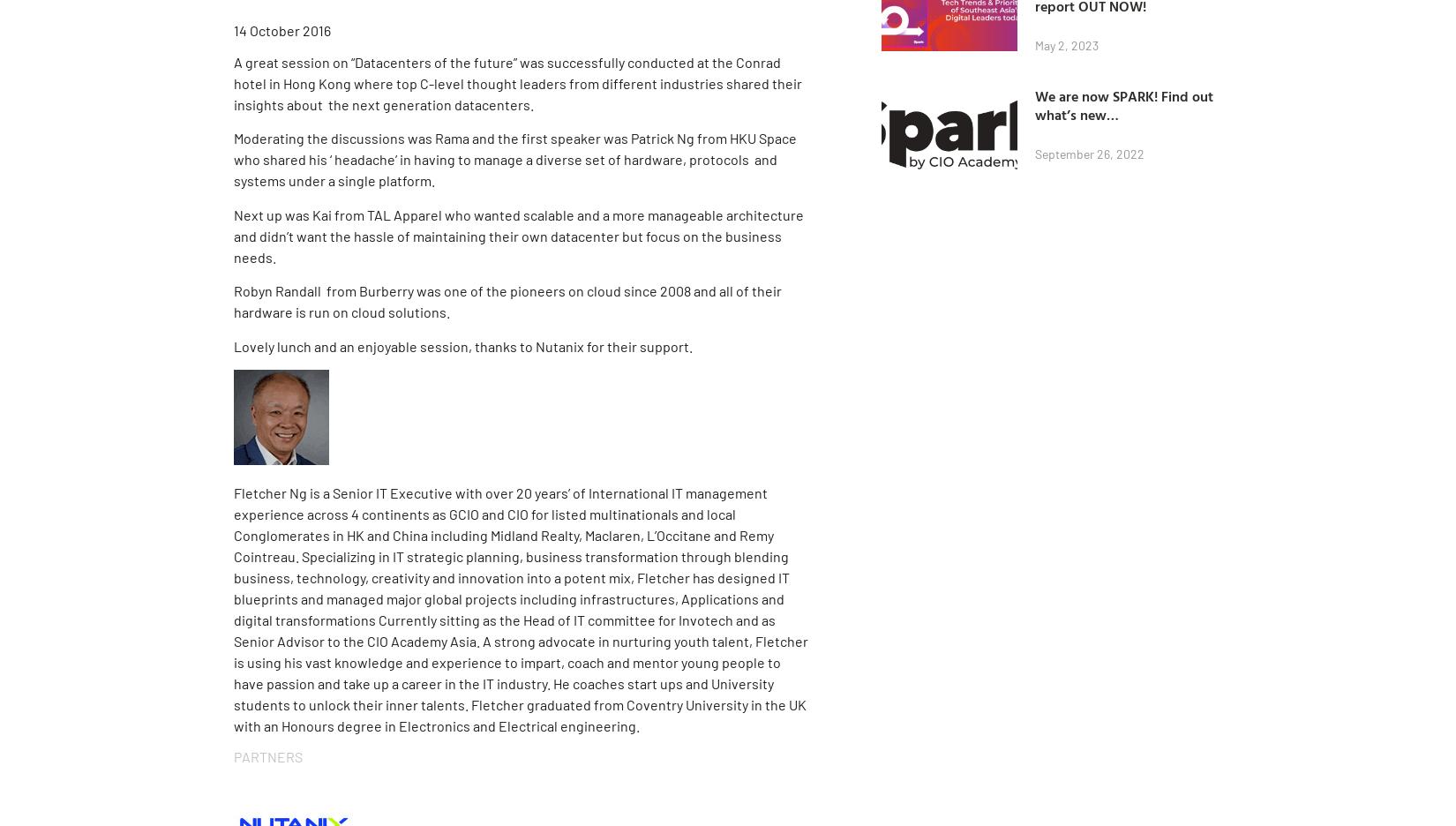  What do you see at coordinates (1090, 153) in the screenshot?
I see `'September 26, 2022'` at bounding box center [1090, 153].